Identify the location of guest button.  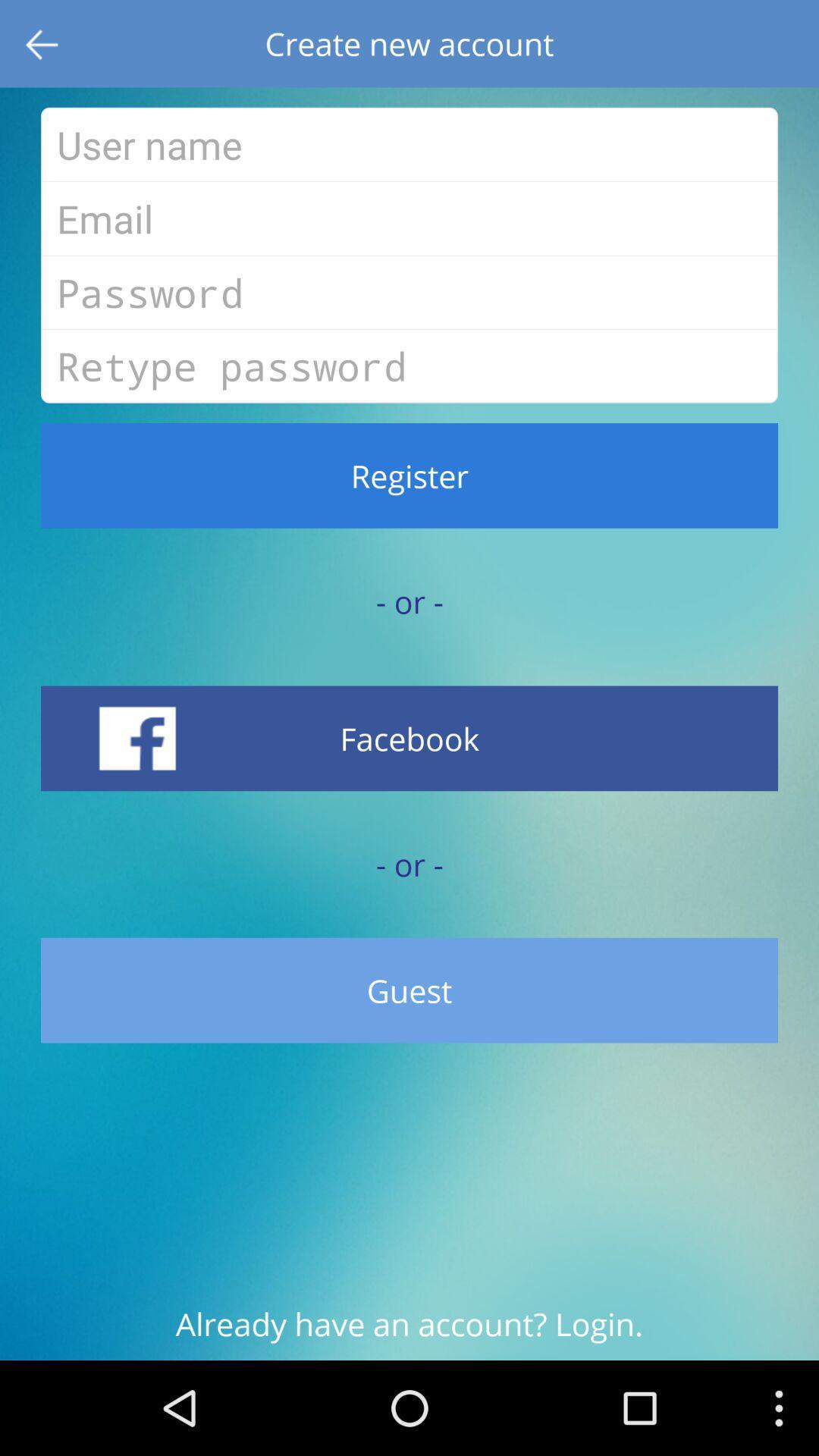
(409, 990).